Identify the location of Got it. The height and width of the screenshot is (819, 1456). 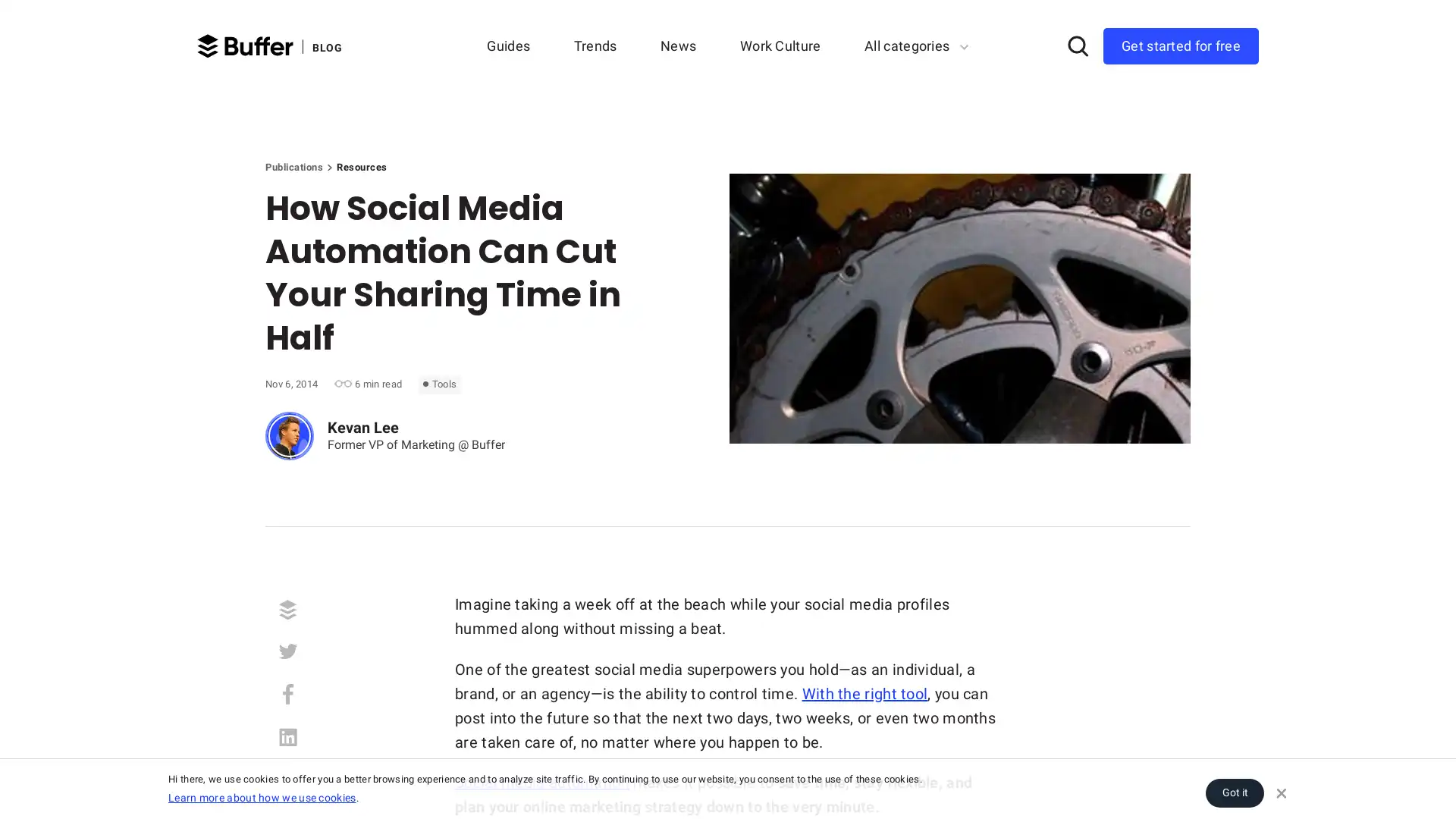
(1235, 792).